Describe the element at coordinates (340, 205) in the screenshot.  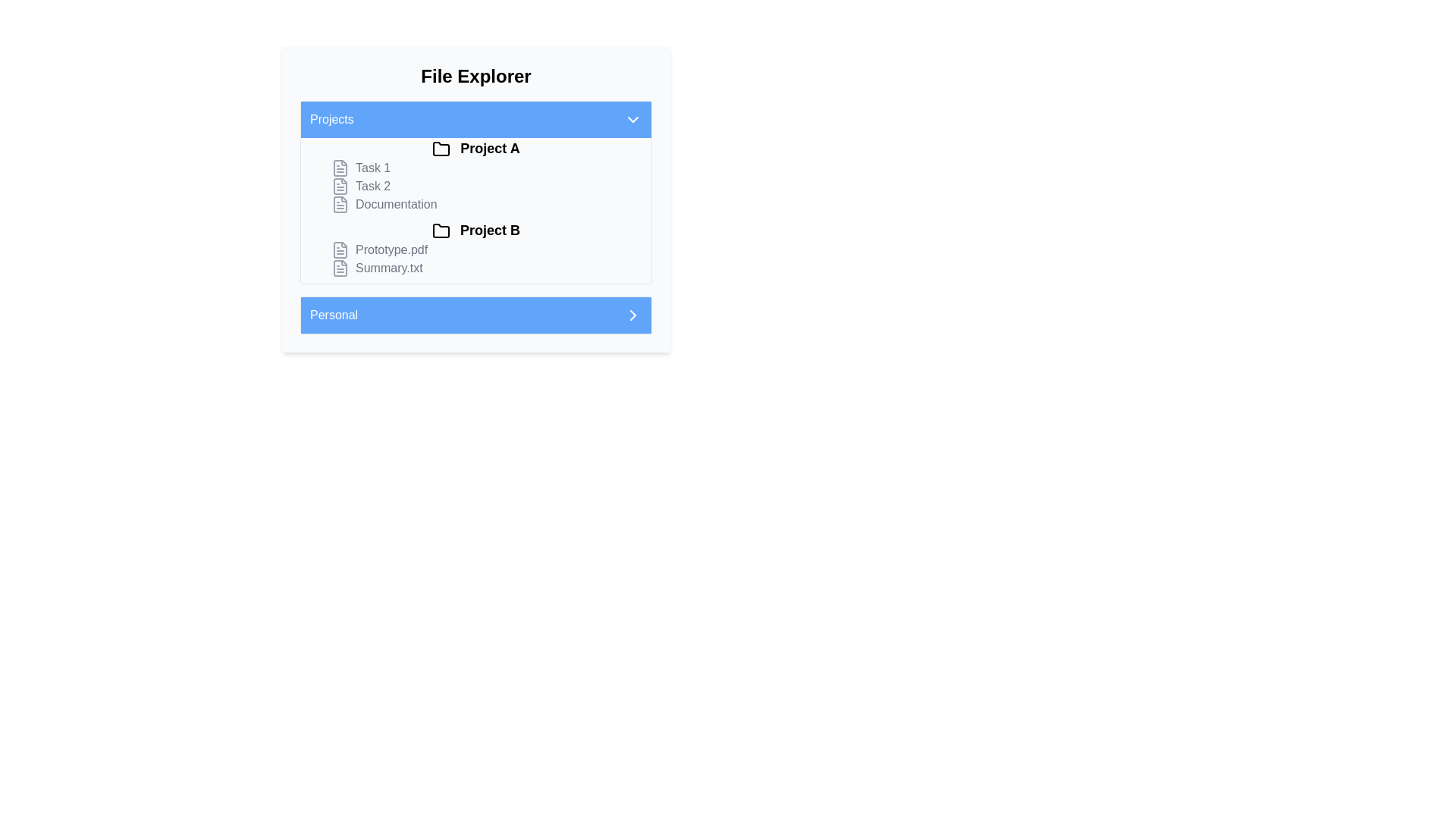
I see `the document icon under the 'Projects' section of the file explorer` at that location.